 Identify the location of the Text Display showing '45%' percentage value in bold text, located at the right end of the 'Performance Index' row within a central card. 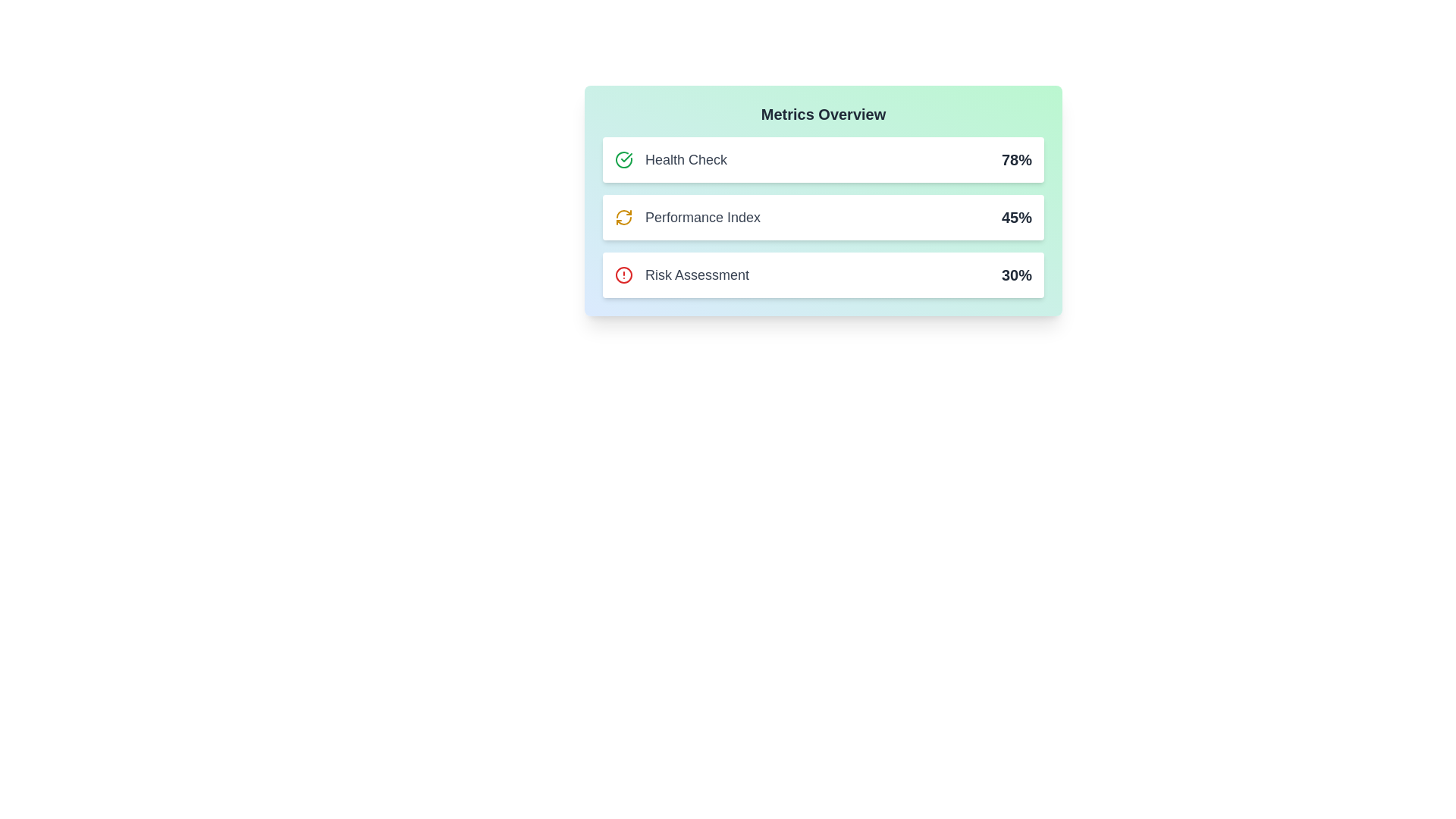
(1016, 217).